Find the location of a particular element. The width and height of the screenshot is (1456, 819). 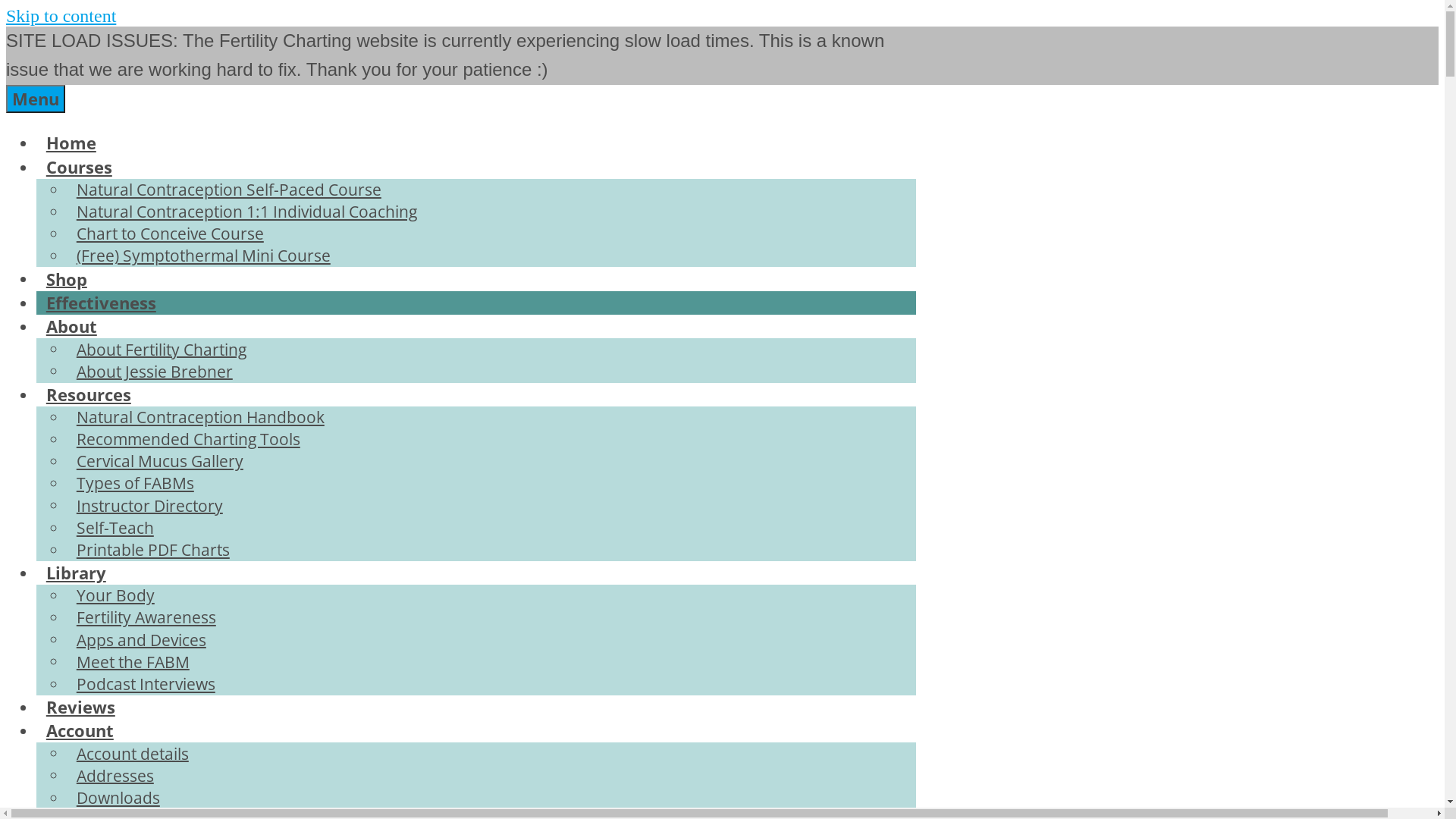

'Skip to content' is located at coordinates (61, 15).